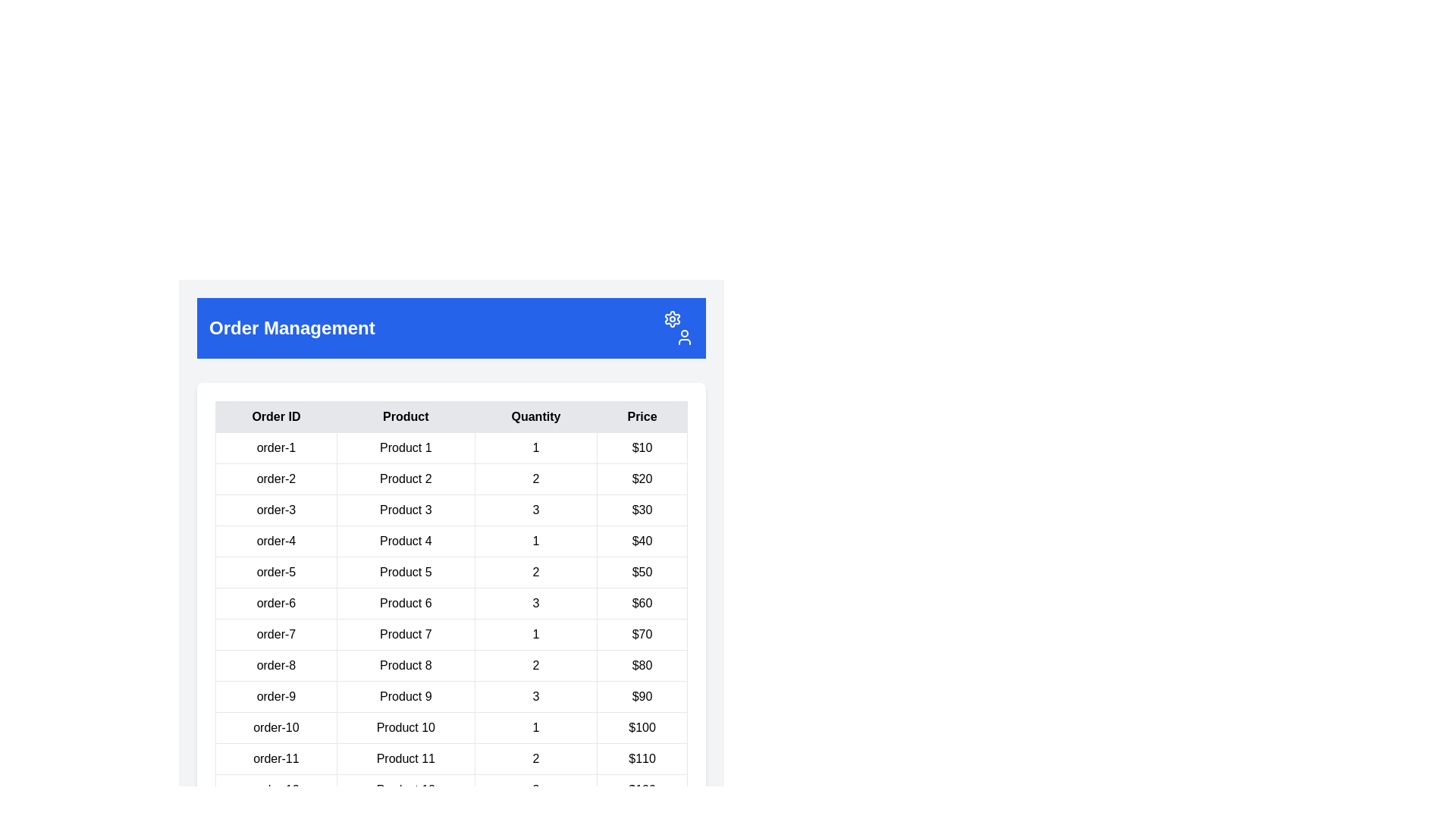 This screenshot has width=1456, height=819. What do you see at coordinates (677, 327) in the screenshot?
I see `the settings icon located in the top-right corner of the blue header bar labeled 'Order Management'` at bounding box center [677, 327].